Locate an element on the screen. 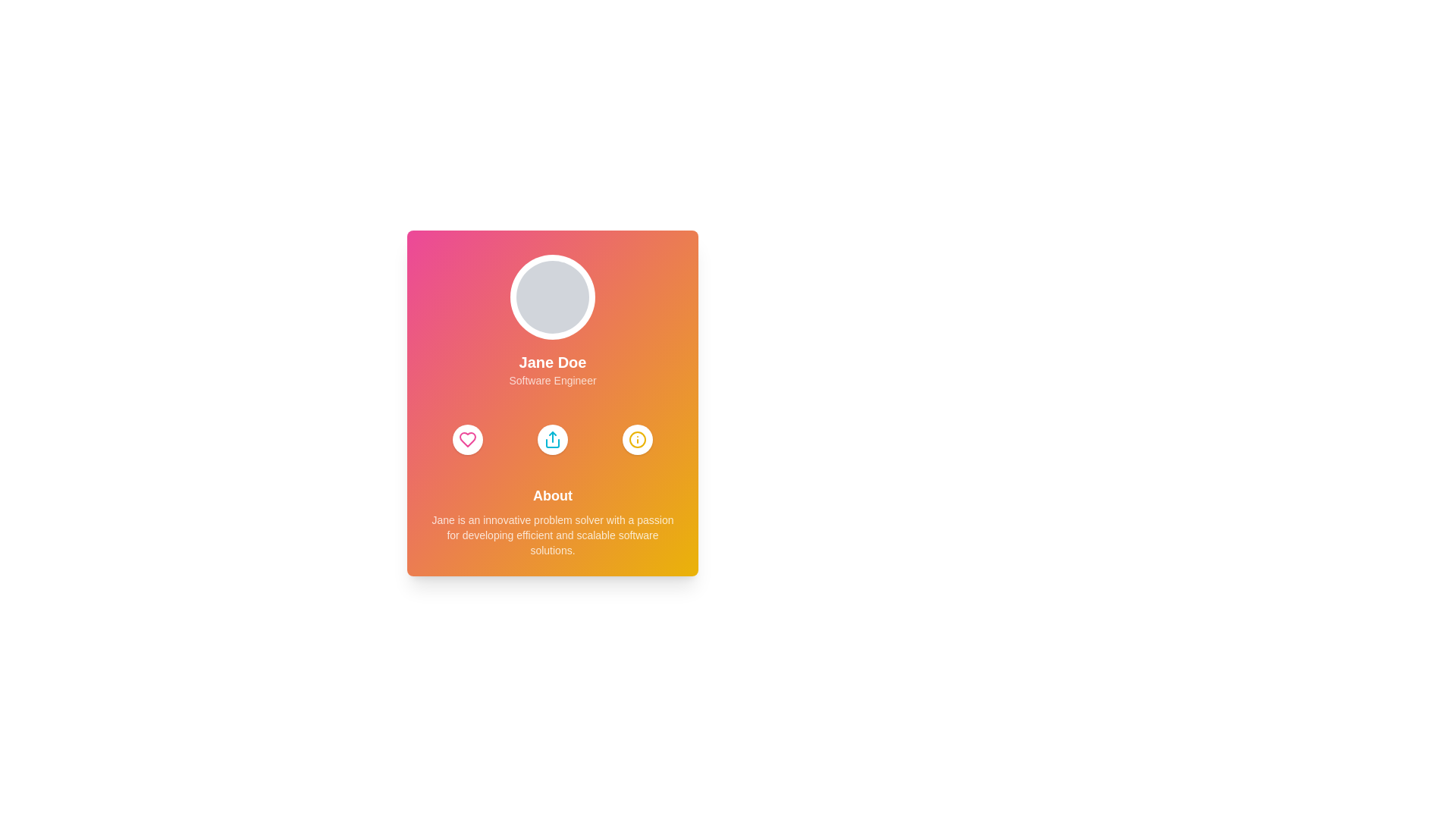 The width and height of the screenshot is (1456, 819). text content of the Text Label displaying 'Jane Doe' which is centrally located in the card layout, positioned above 'Software Engineer' is located at coordinates (552, 362).